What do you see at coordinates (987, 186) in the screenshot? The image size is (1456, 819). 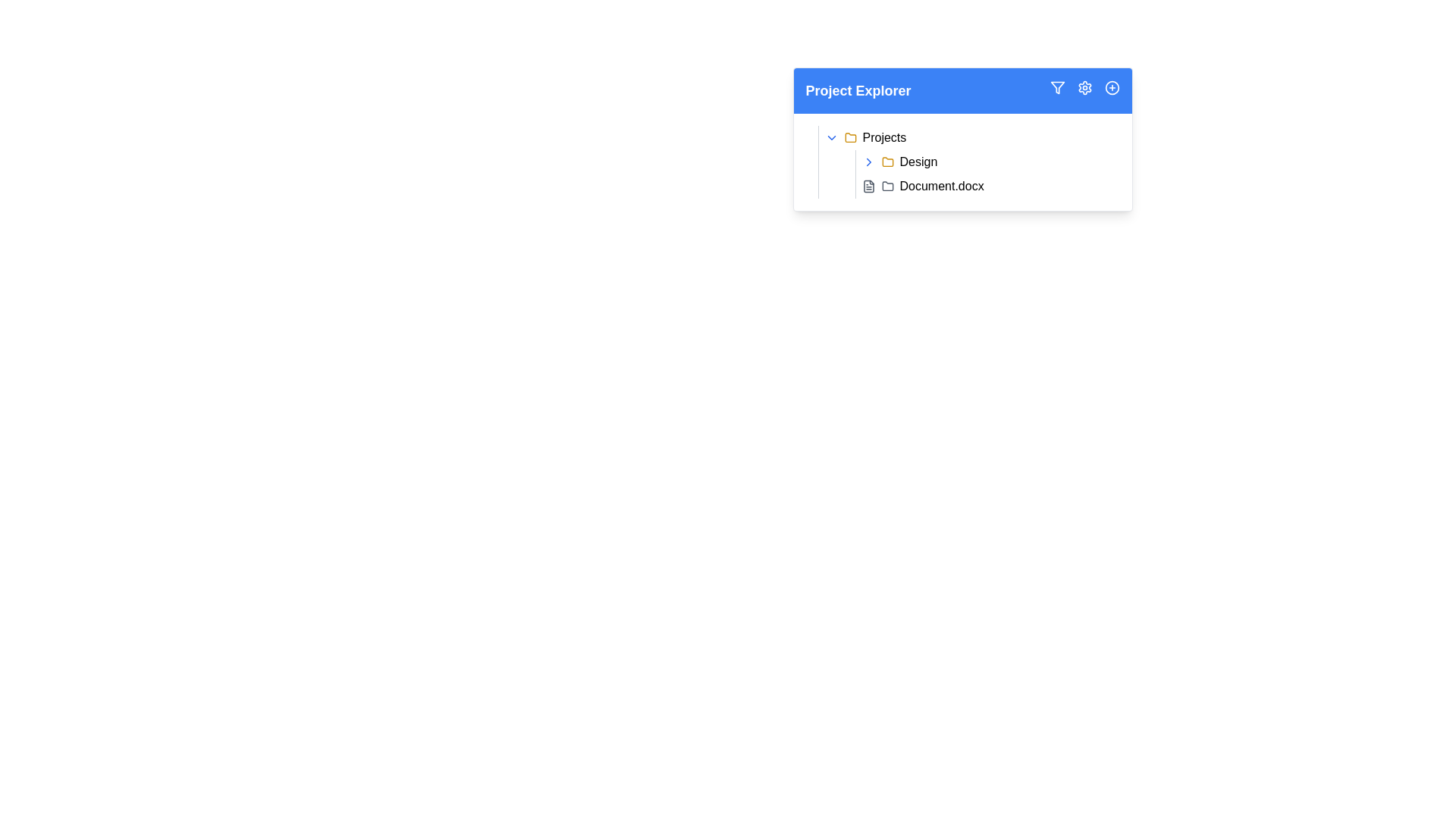 I see `the file labeled 'Document.docx' located` at bounding box center [987, 186].